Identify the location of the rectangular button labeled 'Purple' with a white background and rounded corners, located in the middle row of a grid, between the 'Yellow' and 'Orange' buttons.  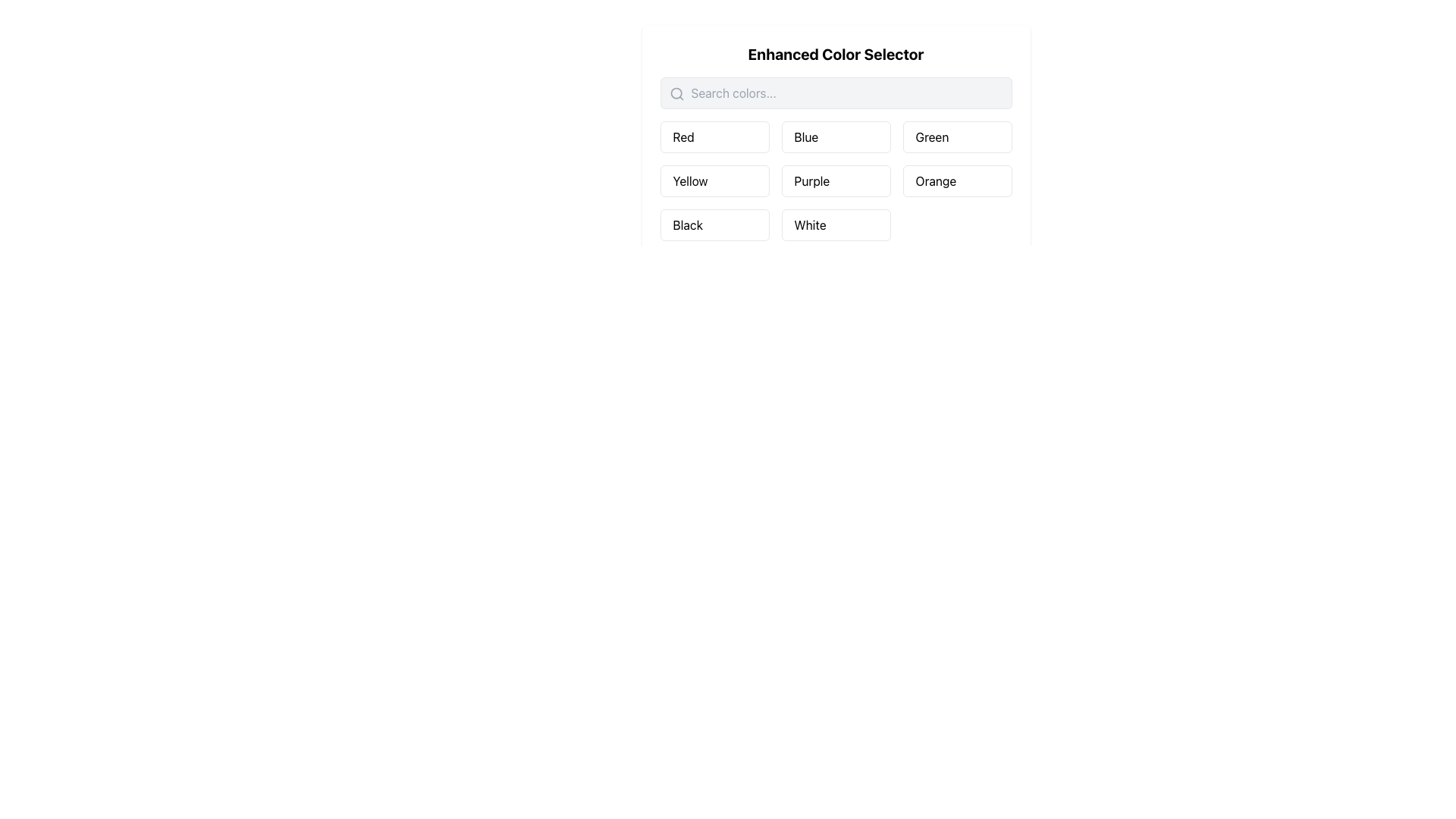
(835, 180).